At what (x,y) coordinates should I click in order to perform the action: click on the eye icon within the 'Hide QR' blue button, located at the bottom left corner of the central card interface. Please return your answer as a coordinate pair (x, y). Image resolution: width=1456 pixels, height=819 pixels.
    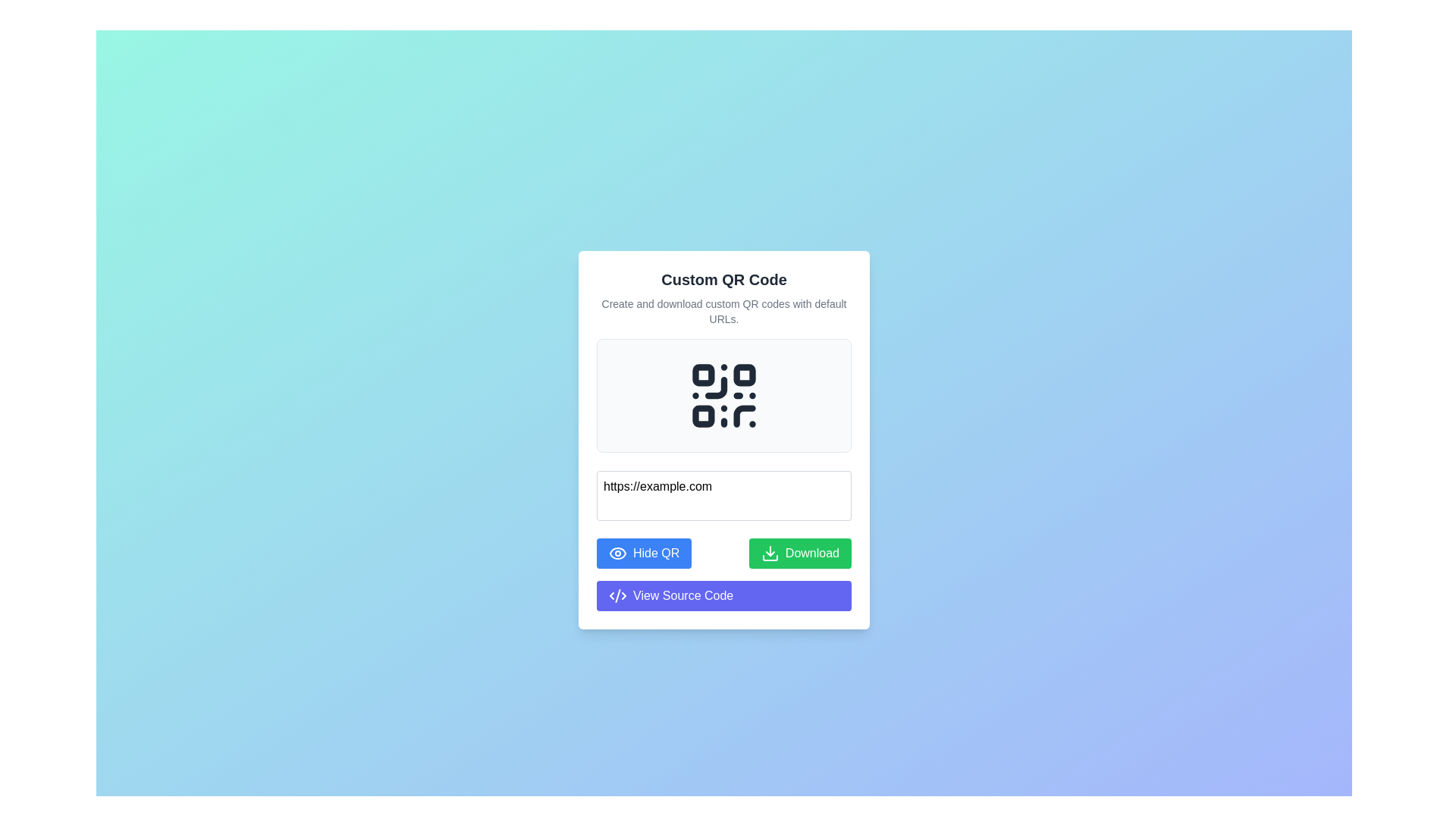
    Looking at the image, I should click on (618, 553).